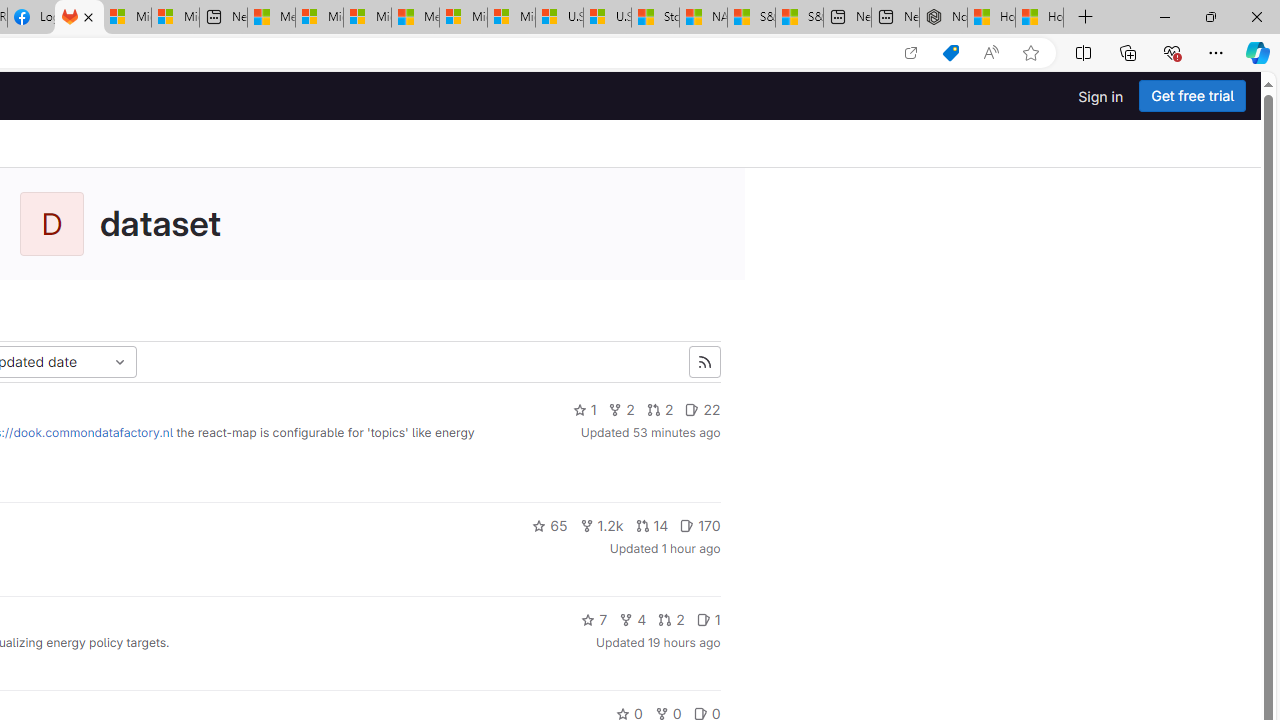 Image resolution: width=1280 pixels, height=720 pixels. Describe the element at coordinates (909, 52) in the screenshot. I see `'Open in app'` at that location.